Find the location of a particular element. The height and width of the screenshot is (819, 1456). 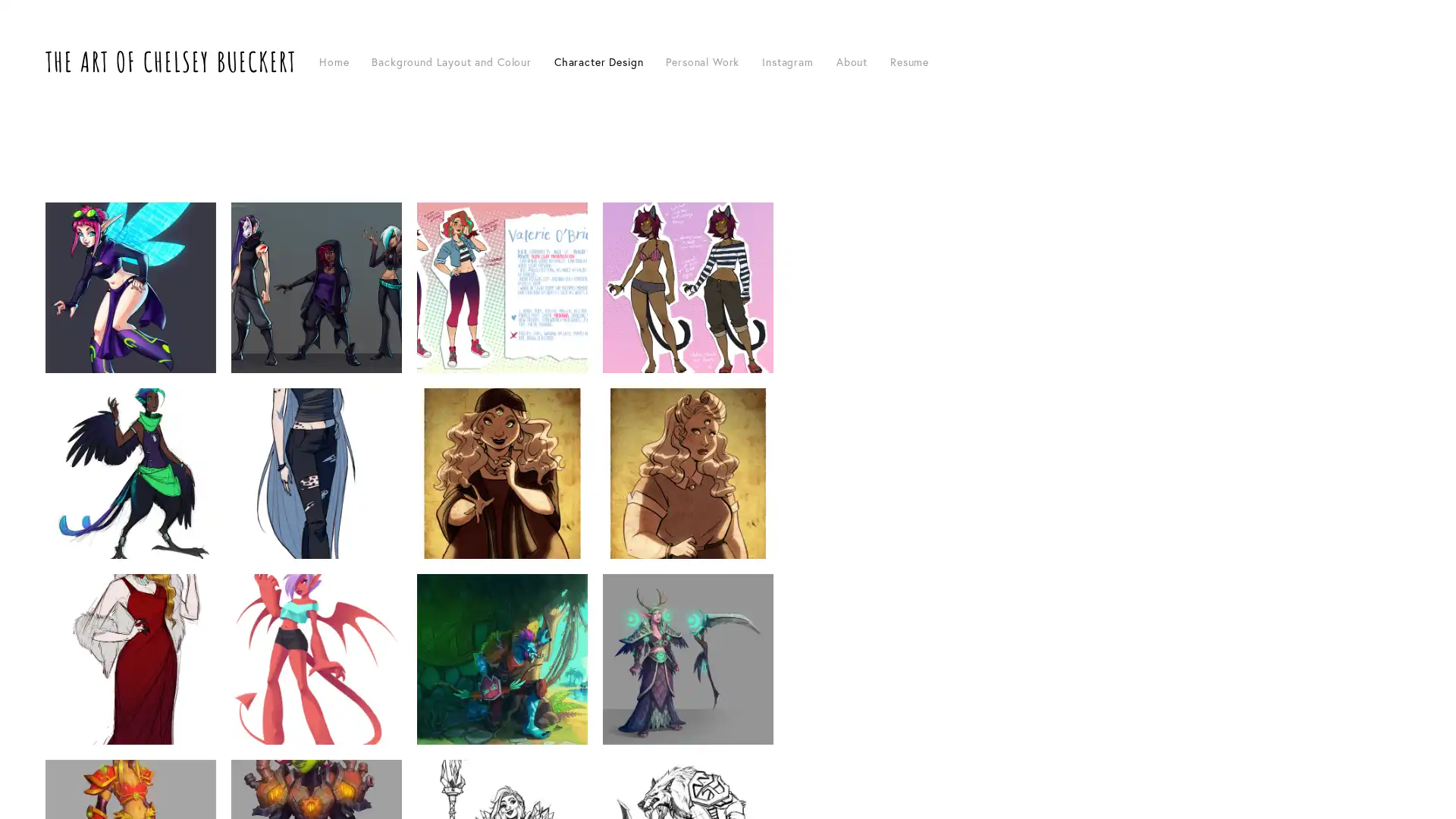

View fullsize Chelsey_characterlineup.png is located at coordinates (315, 287).